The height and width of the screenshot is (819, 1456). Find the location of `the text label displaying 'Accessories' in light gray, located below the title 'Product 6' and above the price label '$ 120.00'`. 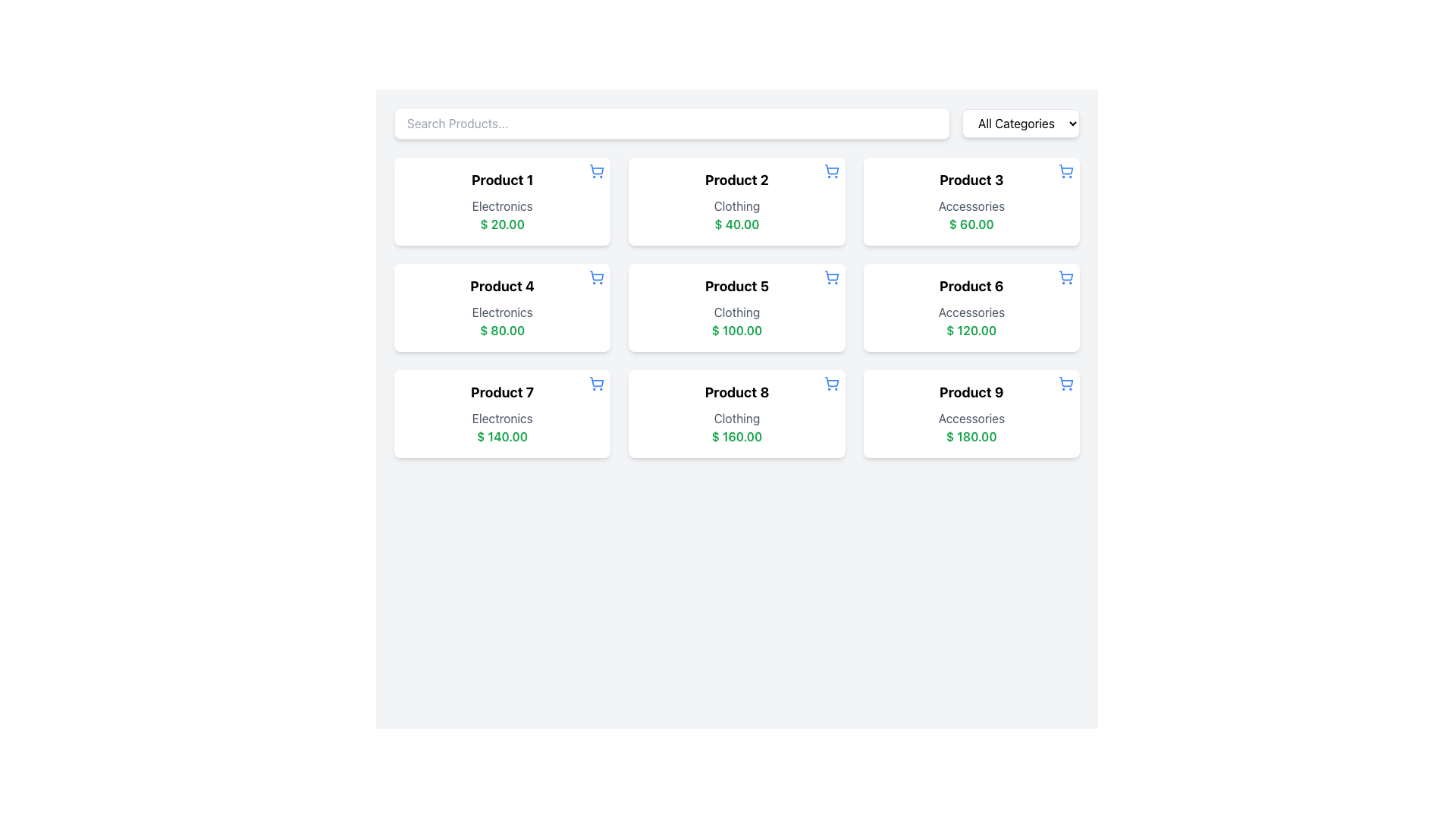

the text label displaying 'Accessories' in light gray, located below the title 'Product 6' and above the price label '$ 120.00' is located at coordinates (971, 312).